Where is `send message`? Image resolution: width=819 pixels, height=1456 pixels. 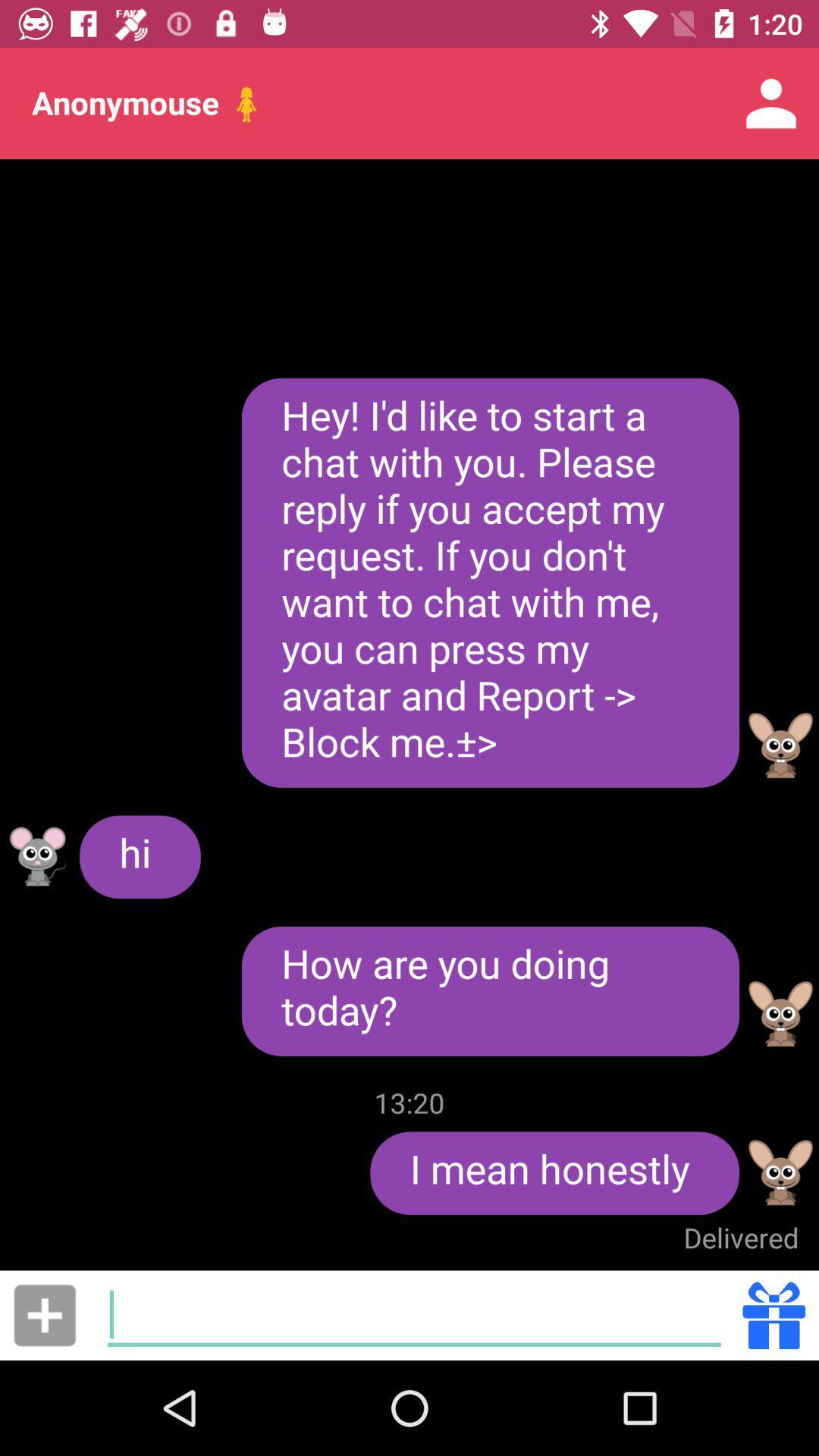
send message is located at coordinates (44, 1314).